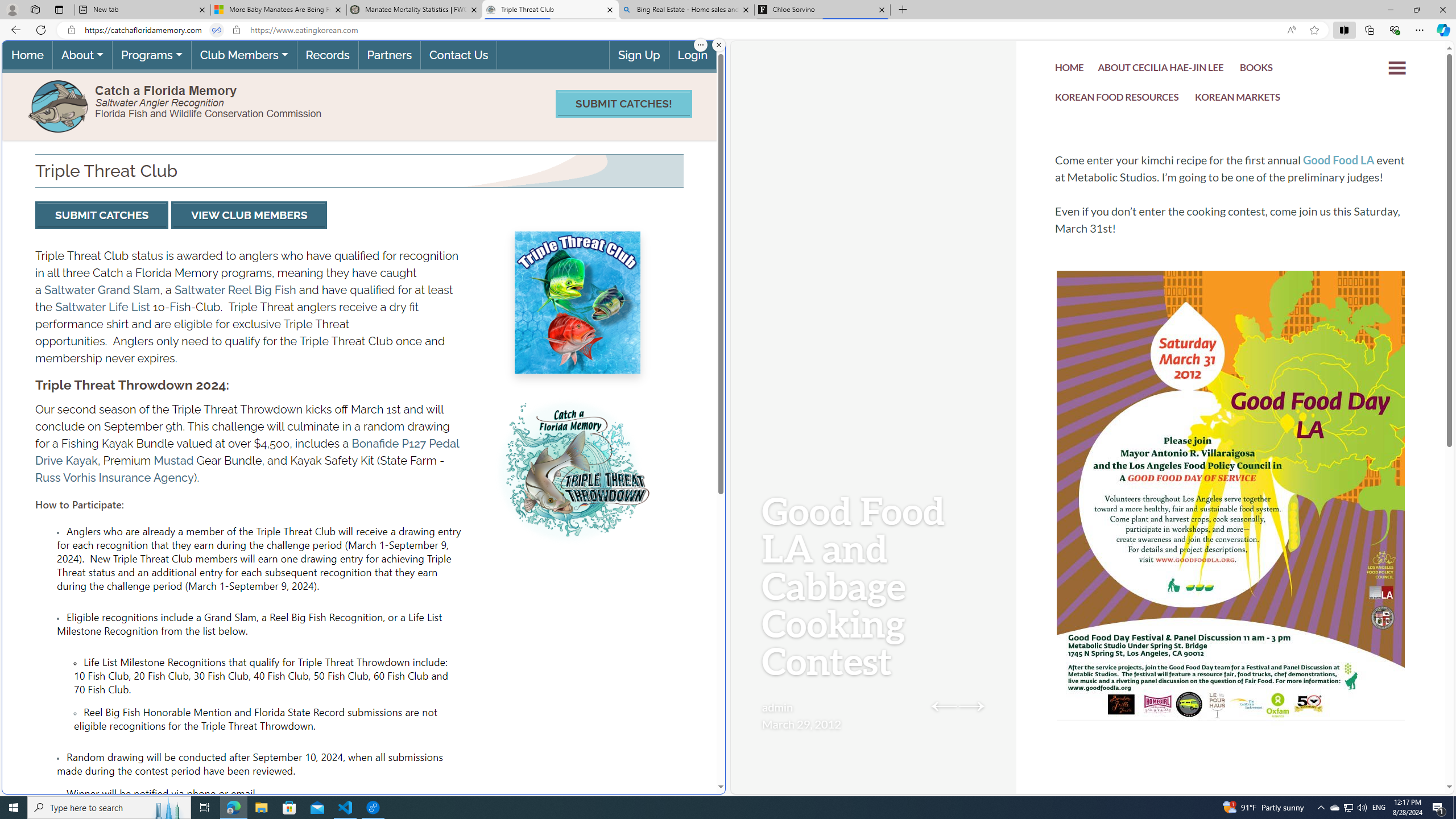 This screenshot has width=1456, height=819. Describe the element at coordinates (1161, 68) in the screenshot. I see `'ABOUT CECILIA HAE-JIN LEE'` at that location.